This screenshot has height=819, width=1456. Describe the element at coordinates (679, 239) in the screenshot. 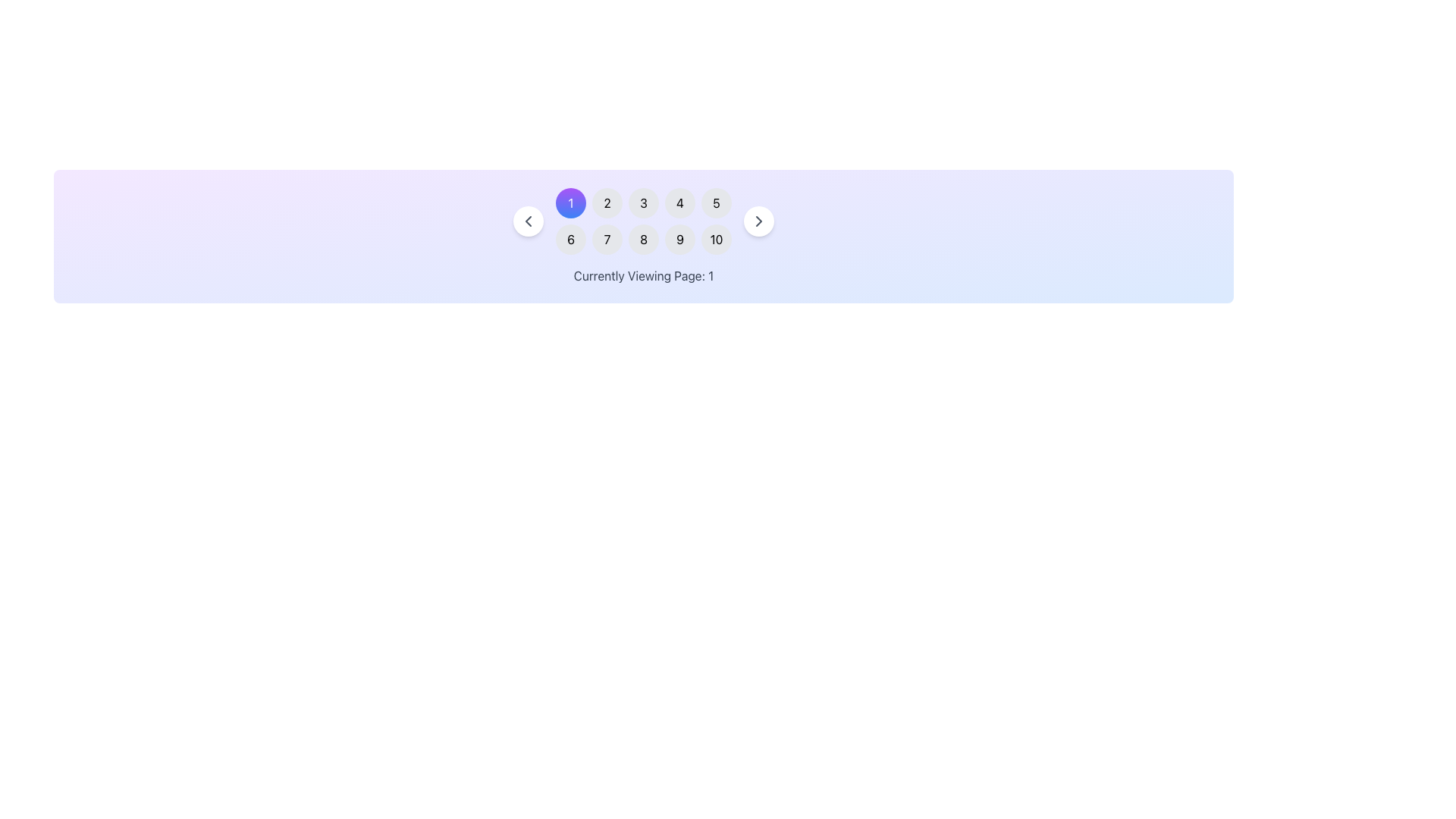

I see `the navigation button that represents the ninth page in a grid of navigation buttons` at that location.